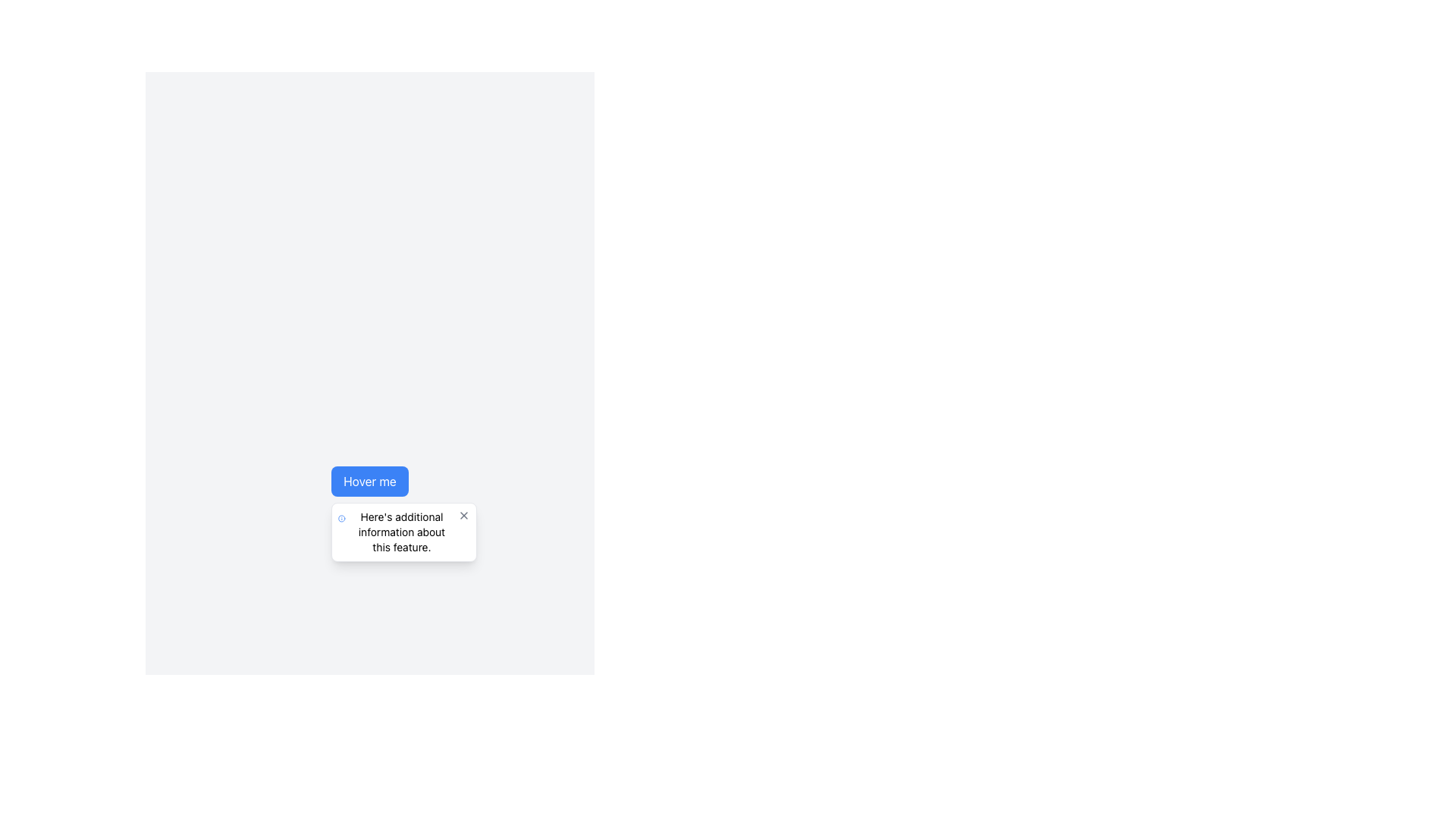  Describe the element at coordinates (401, 532) in the screenshot. I see `the tooltip text display that shows 'Here's additional information about this feature.'` at that location.